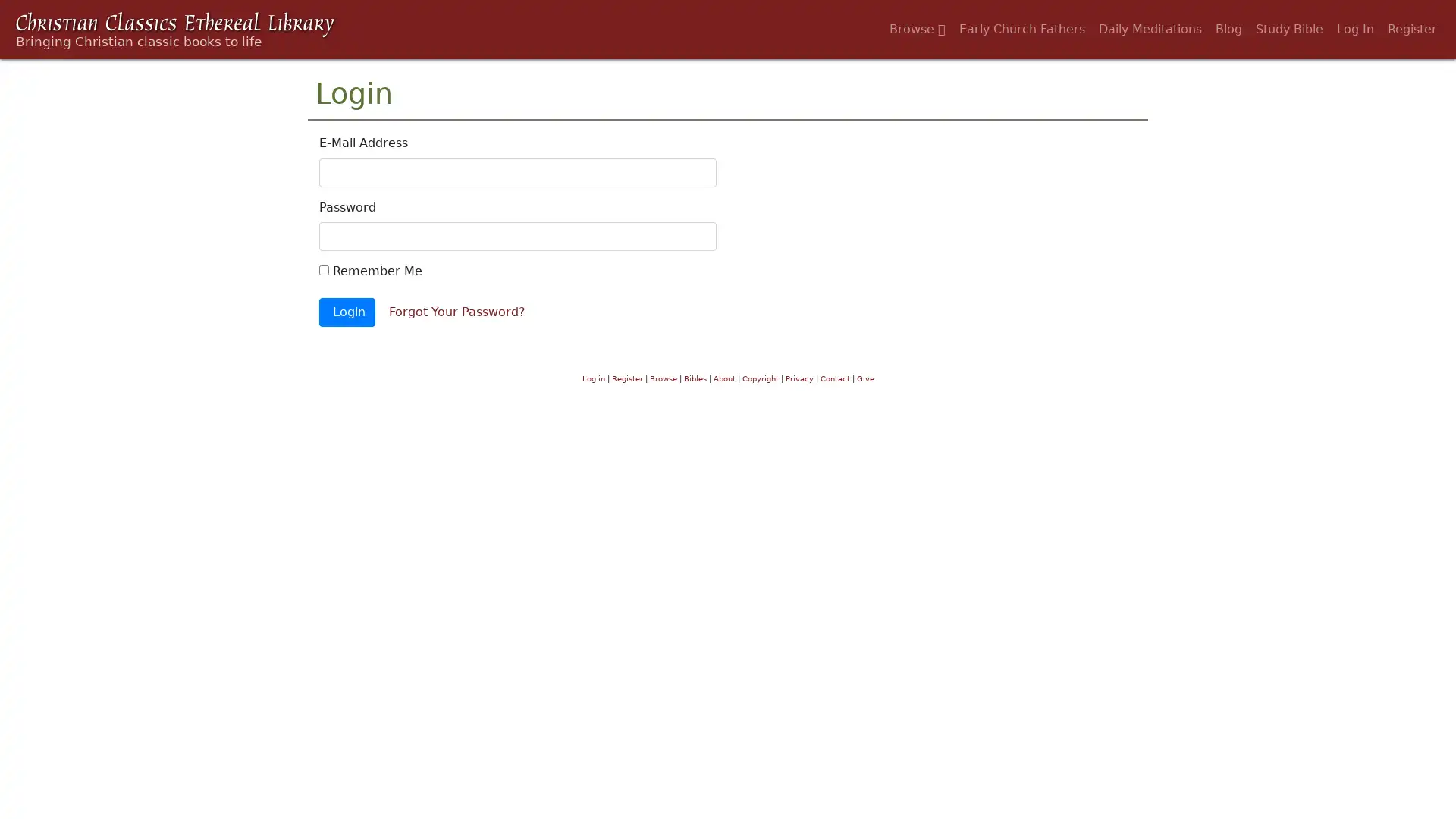 The image size is (1456, 819). What do you see at coordinates (1150, 29) in the screenshot?
I see `Daily Meditations` at bounding box center [1150, 29].